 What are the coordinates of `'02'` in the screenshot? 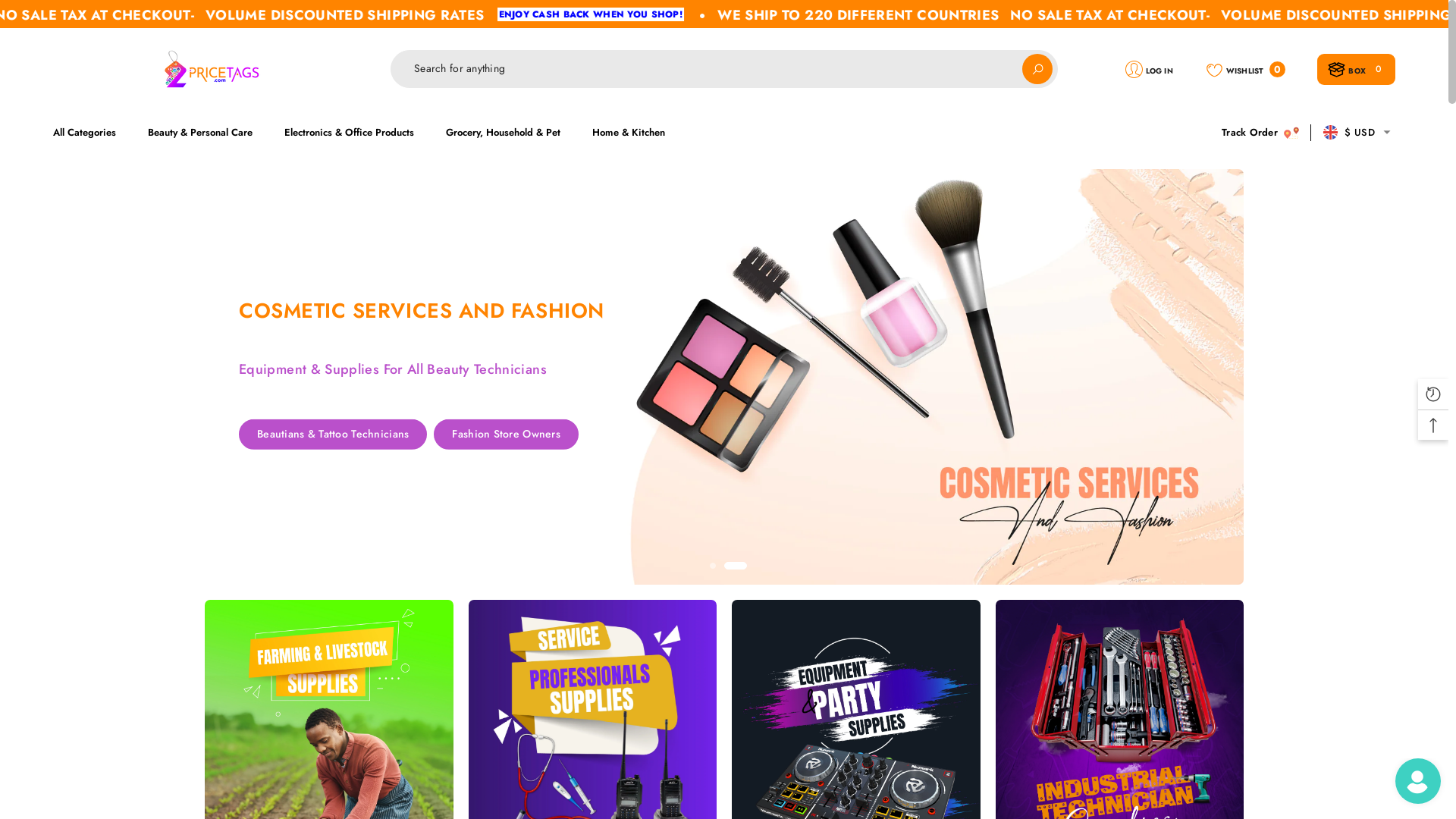 It's located at (735, 565).